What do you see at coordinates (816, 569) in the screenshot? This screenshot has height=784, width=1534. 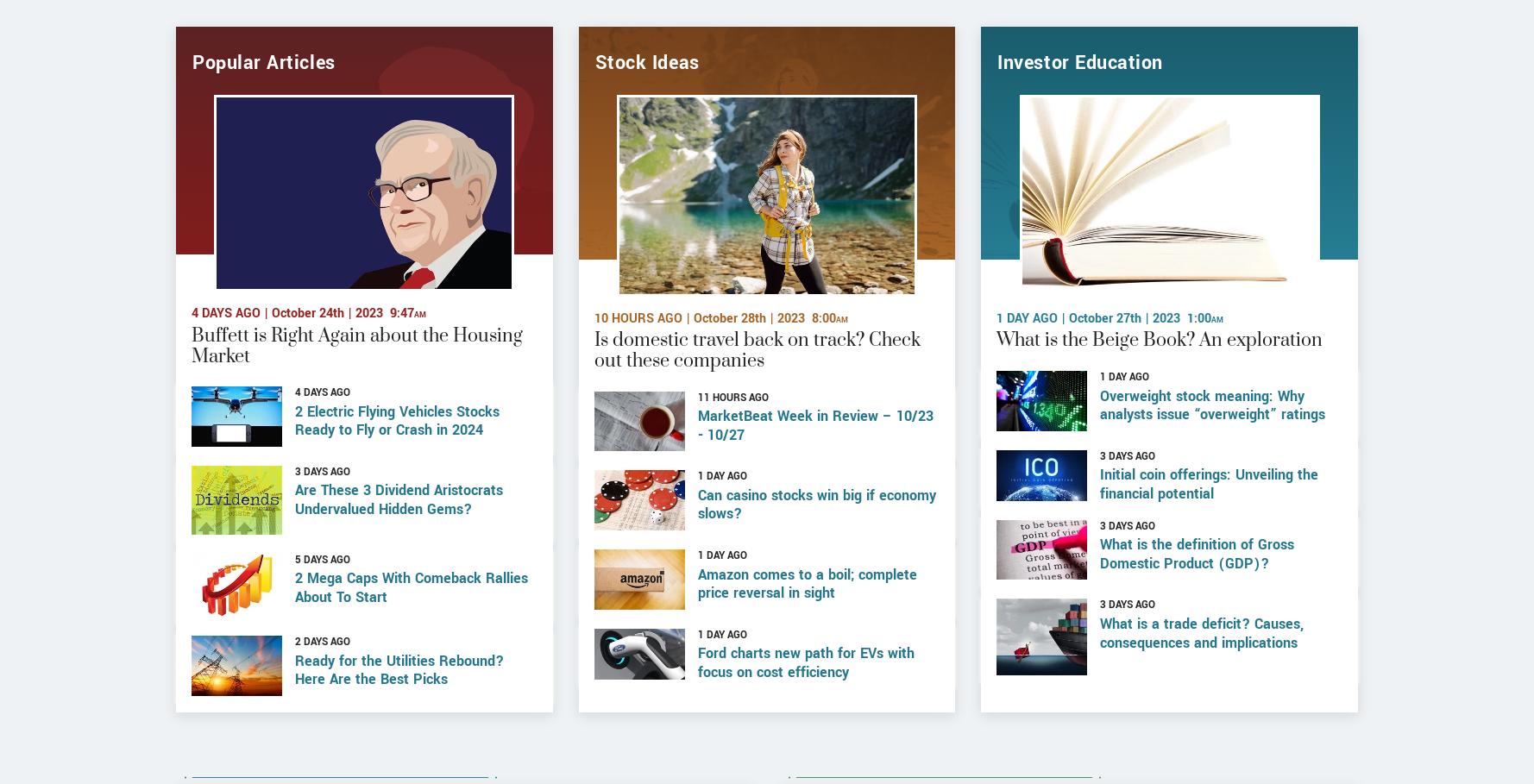 I see `'Can casino stocks win big if economy slows?'` at bounding box center [816, 569].